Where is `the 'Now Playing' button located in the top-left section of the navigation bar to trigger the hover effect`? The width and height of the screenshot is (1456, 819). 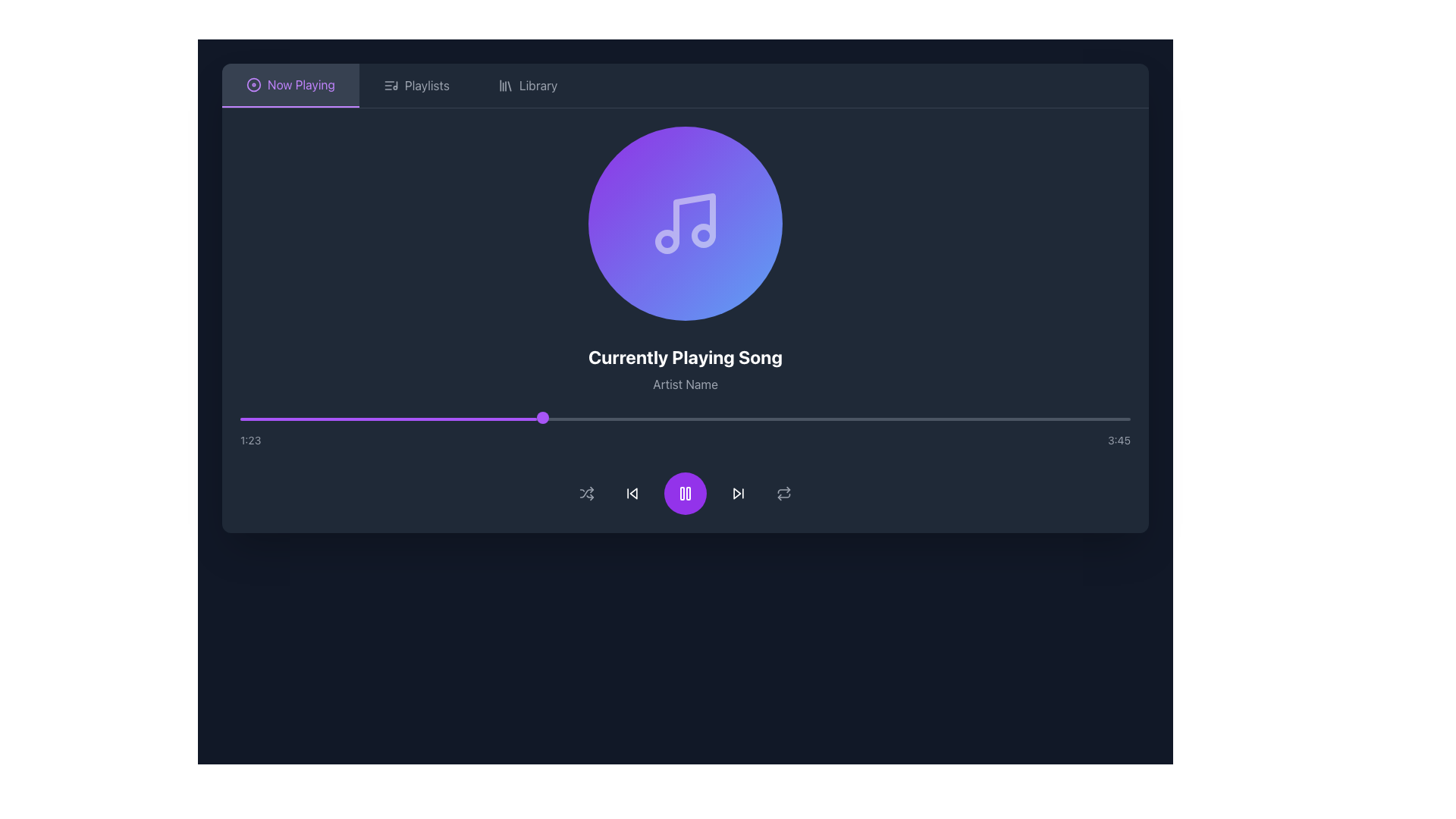
the 'Now Playing' button located in the top-left section of the navigation bar to trigger the hover effect is located at coordinates (290, 85).